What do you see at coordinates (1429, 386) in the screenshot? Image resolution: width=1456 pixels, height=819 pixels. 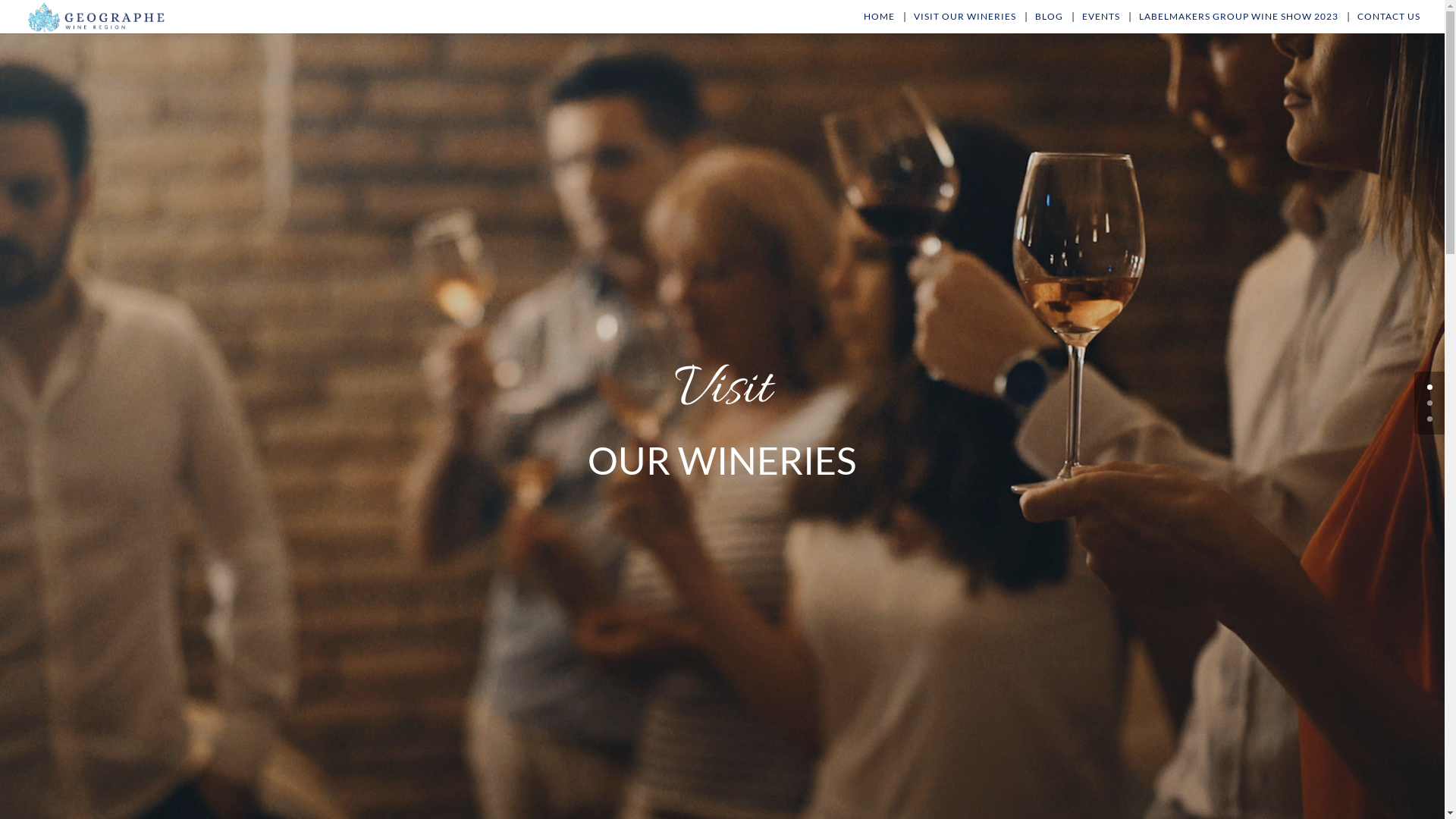 I see `'0'` at bounding box center [1429, 386].